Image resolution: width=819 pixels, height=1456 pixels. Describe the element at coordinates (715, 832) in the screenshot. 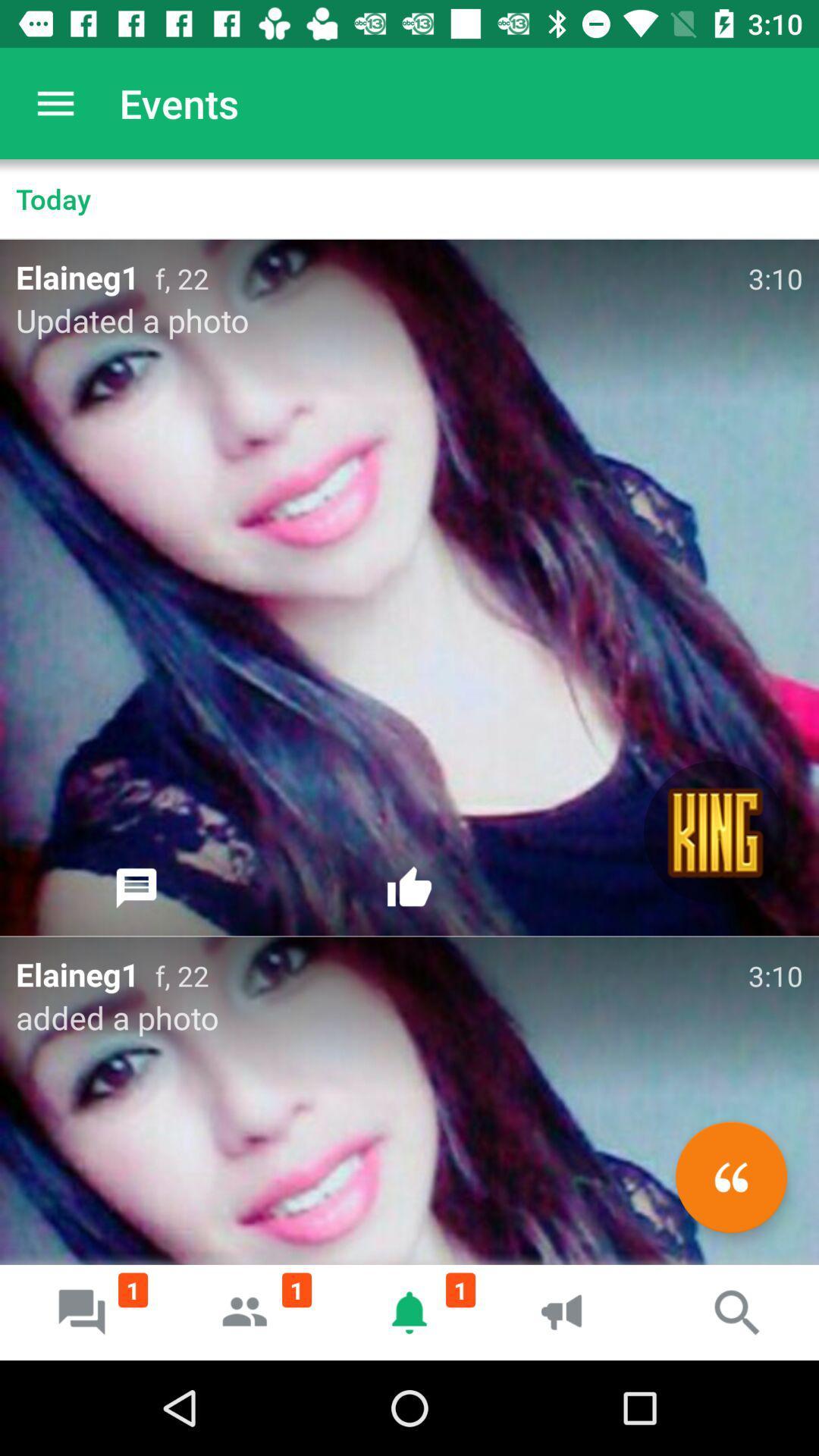

I see `item on the right` at that location.